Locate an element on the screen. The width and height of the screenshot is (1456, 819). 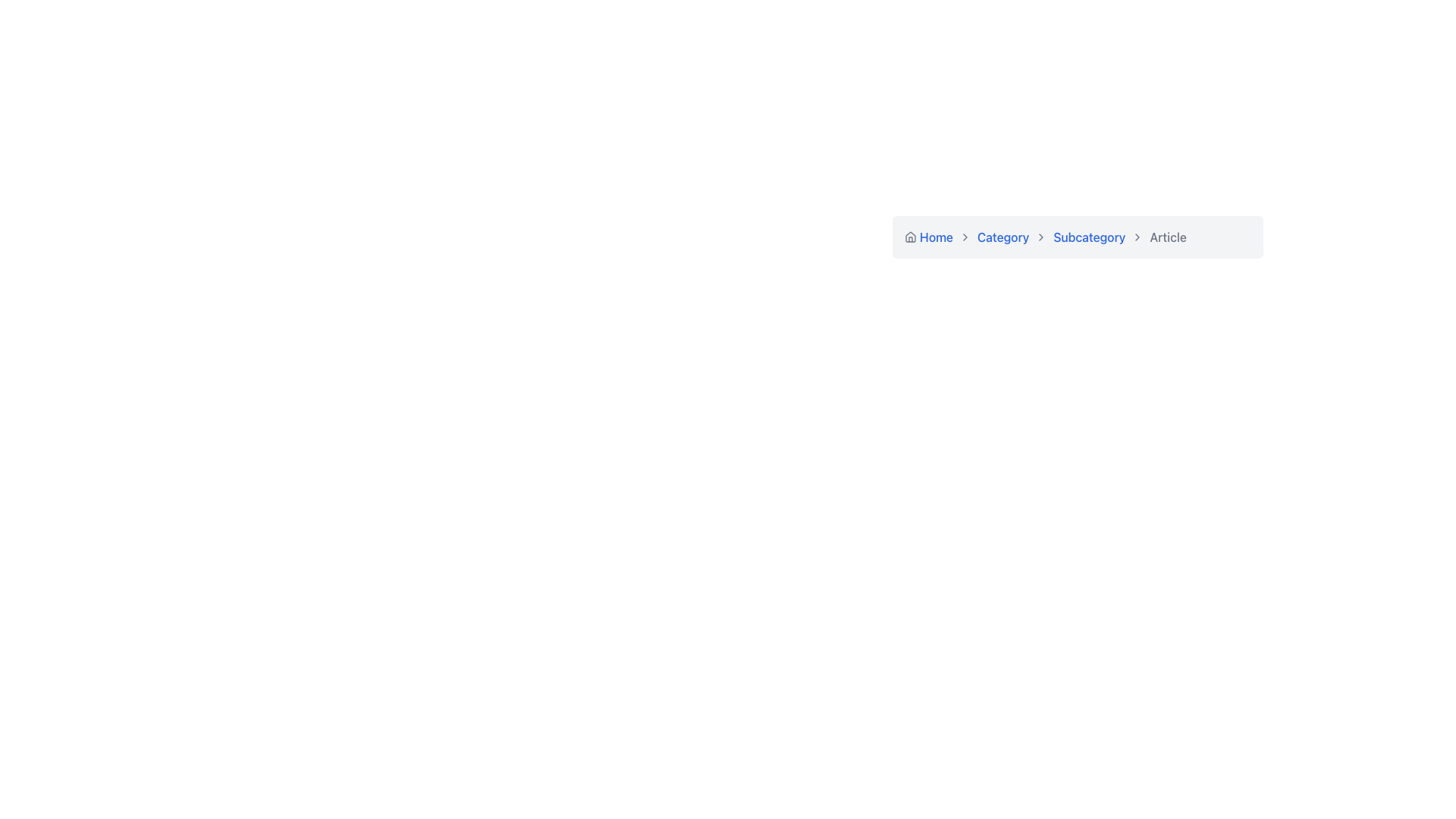
the clickable text labeled 'Category' in the breadcrumb navigation is located at coordinates (1003, 237).